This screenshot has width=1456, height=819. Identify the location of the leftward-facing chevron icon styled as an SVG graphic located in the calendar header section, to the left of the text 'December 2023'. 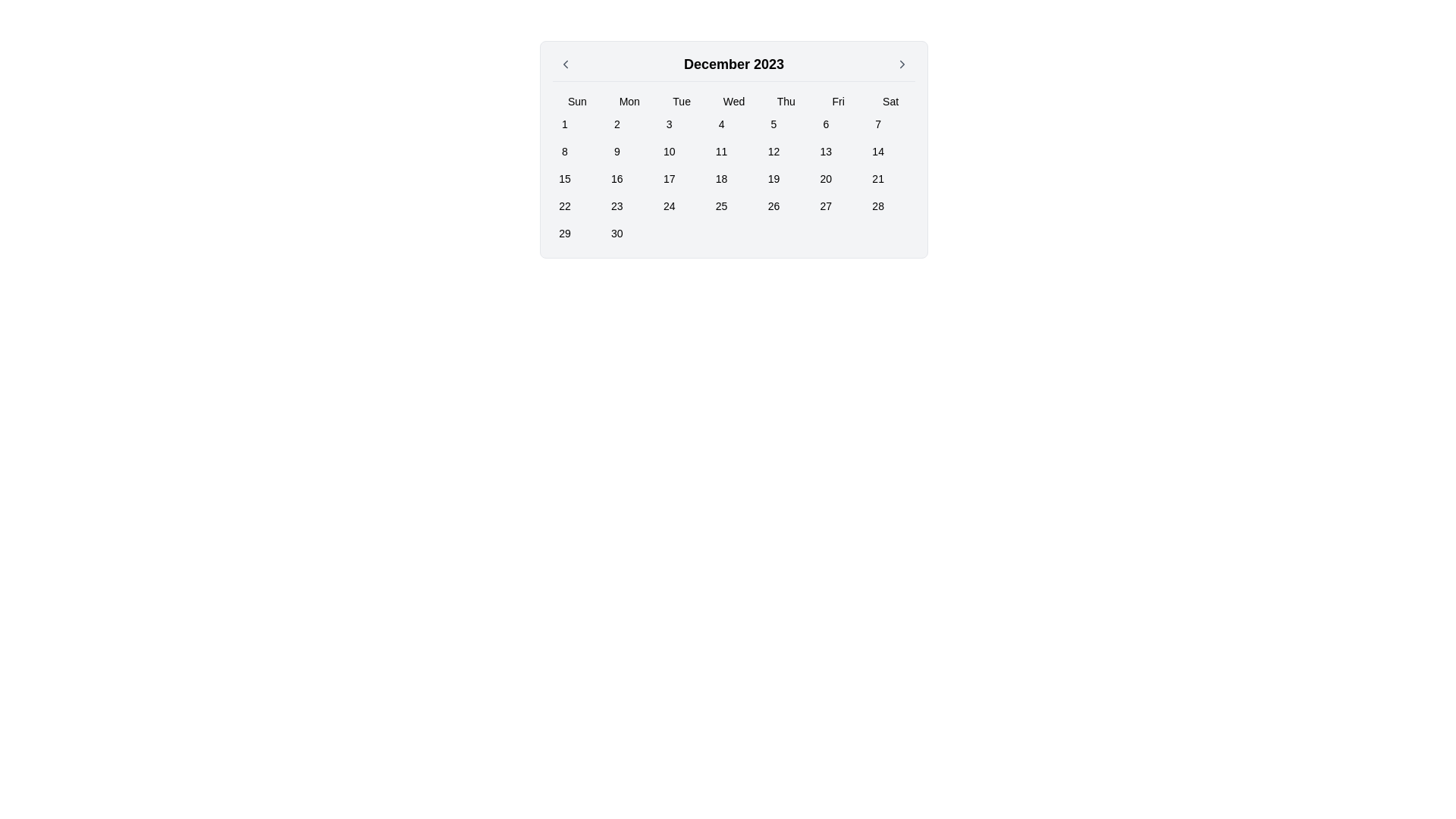
(564, 63).